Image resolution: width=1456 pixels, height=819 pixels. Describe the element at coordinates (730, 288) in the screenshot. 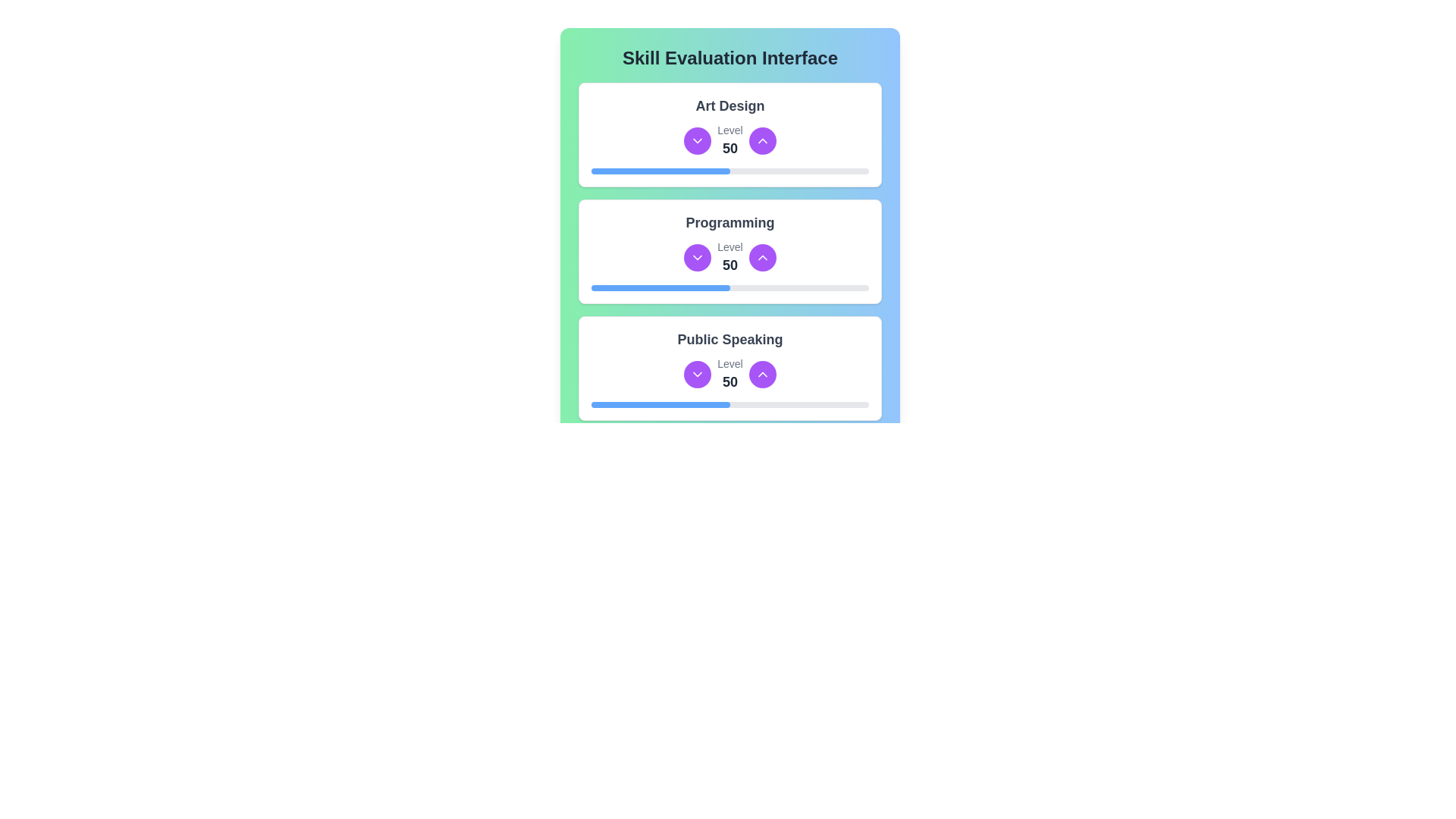

I see `the progress bar that visually represents a 'Programming' skill level of 50%, located below the text 'Programming' and 'Level 50.'` at that location.